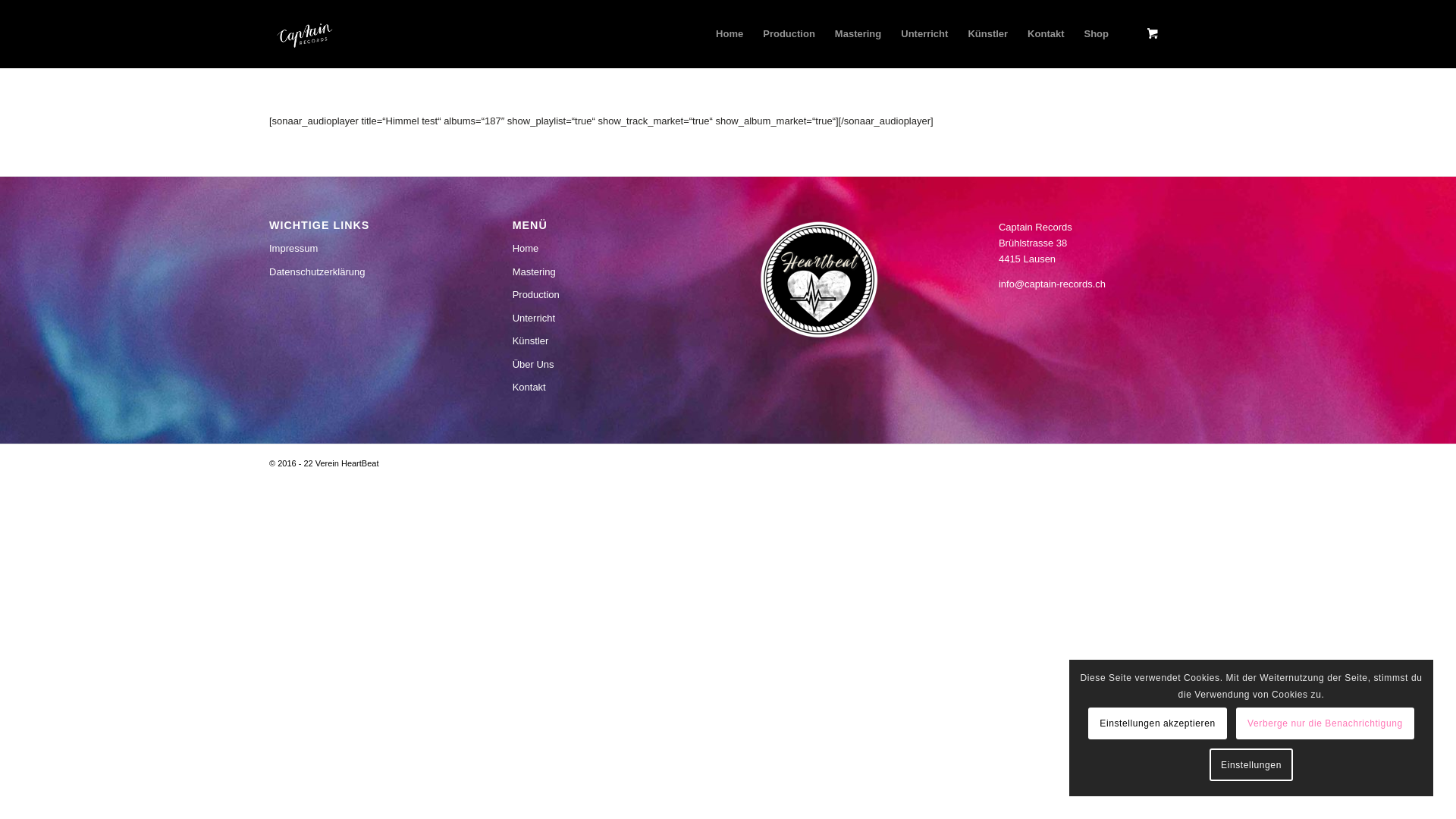 The width and height of the screenshot is (1456, 819). What do you see at coordinates (1087, 722) in the screenshot?
I see `'Einstellungen akzeptieren'` at bounding box center [1087, 722].